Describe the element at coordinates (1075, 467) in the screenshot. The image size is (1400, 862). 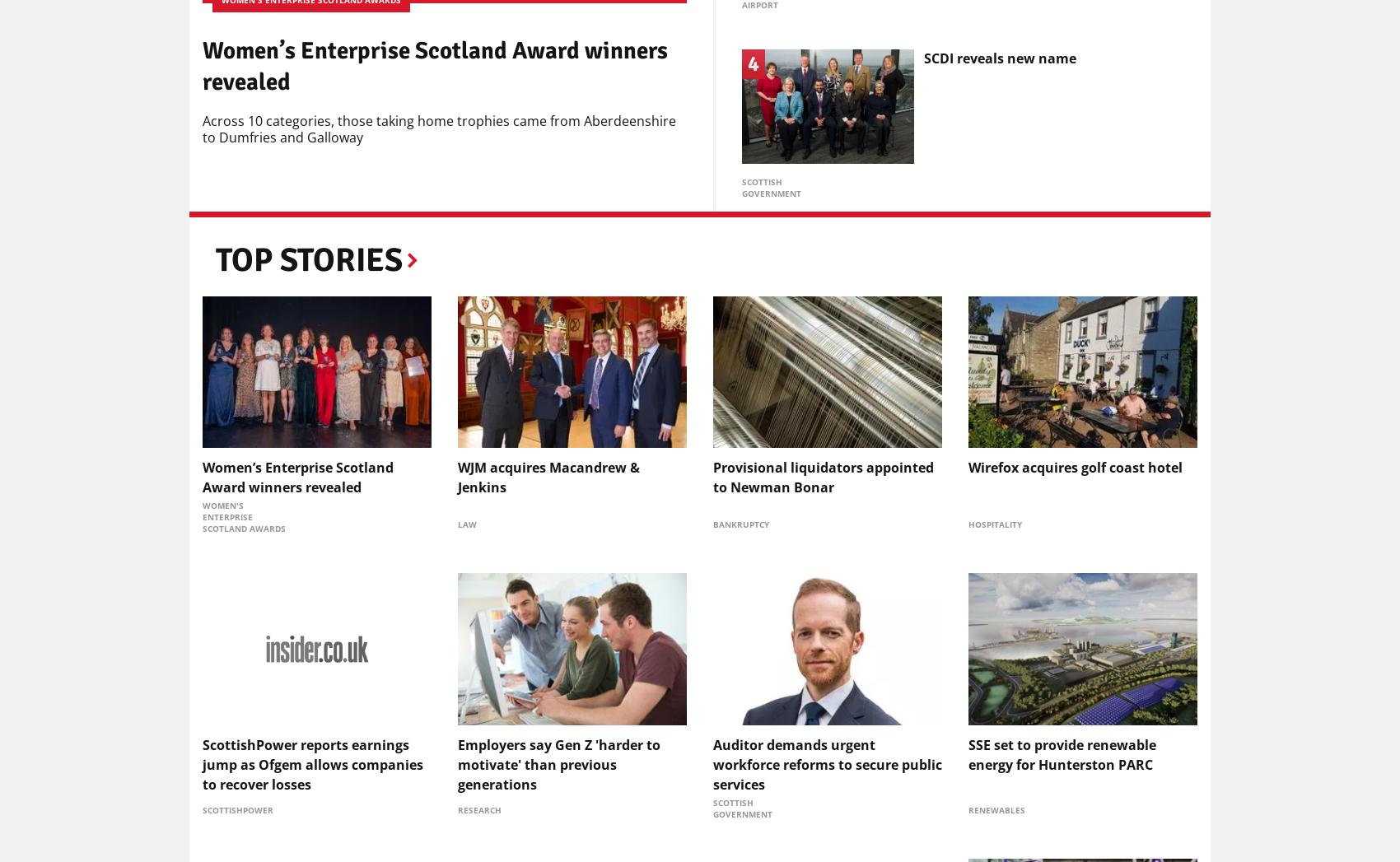
I see `'Wirefox acquires golf coast hotel'` at that location.